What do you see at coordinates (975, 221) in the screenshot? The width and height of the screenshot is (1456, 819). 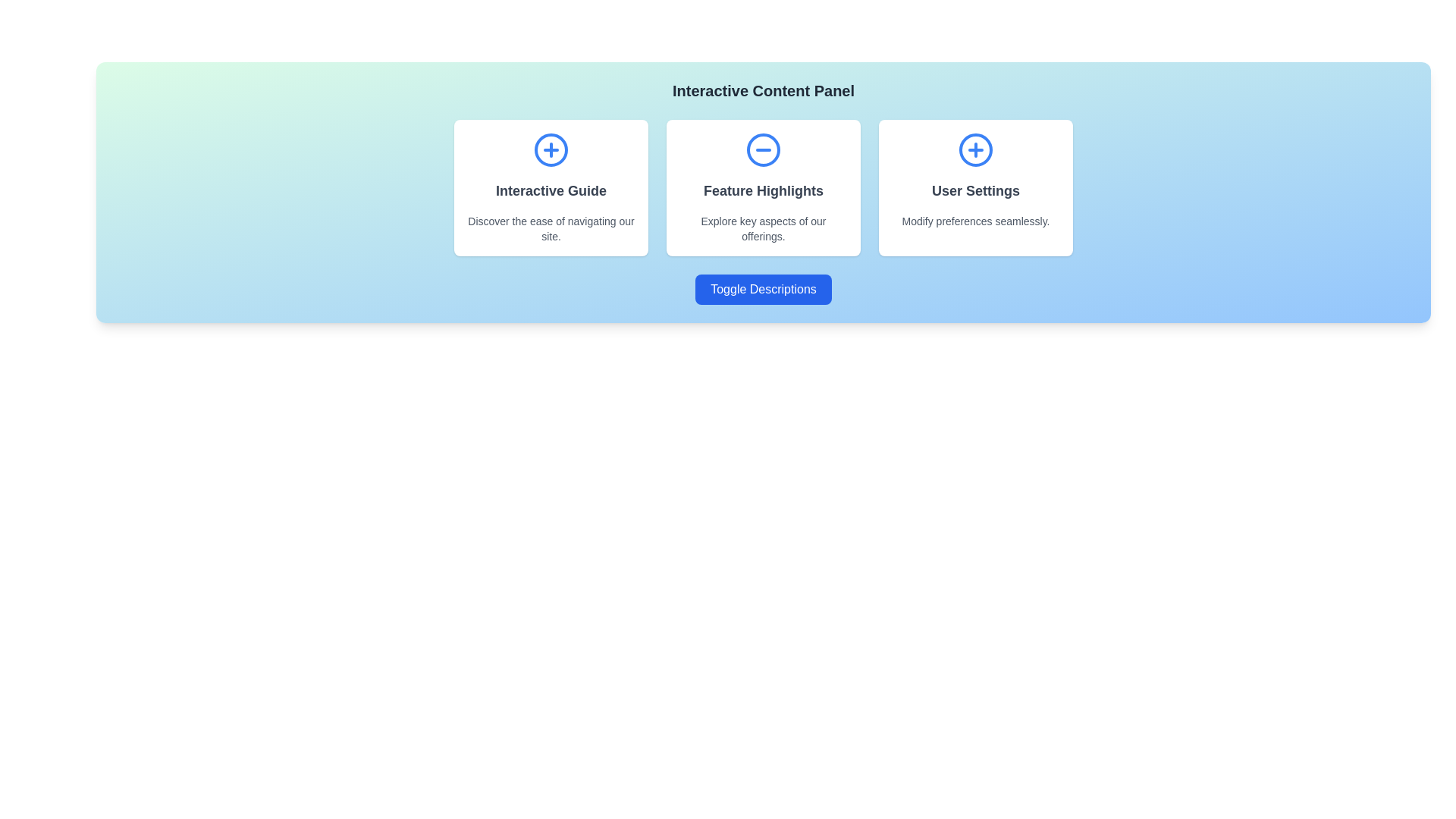 I see `the static text label displaying 'Modify preferences seamlessly.' located in the bottom section of the 'User Settings' card` at bounding box center [975, 221].